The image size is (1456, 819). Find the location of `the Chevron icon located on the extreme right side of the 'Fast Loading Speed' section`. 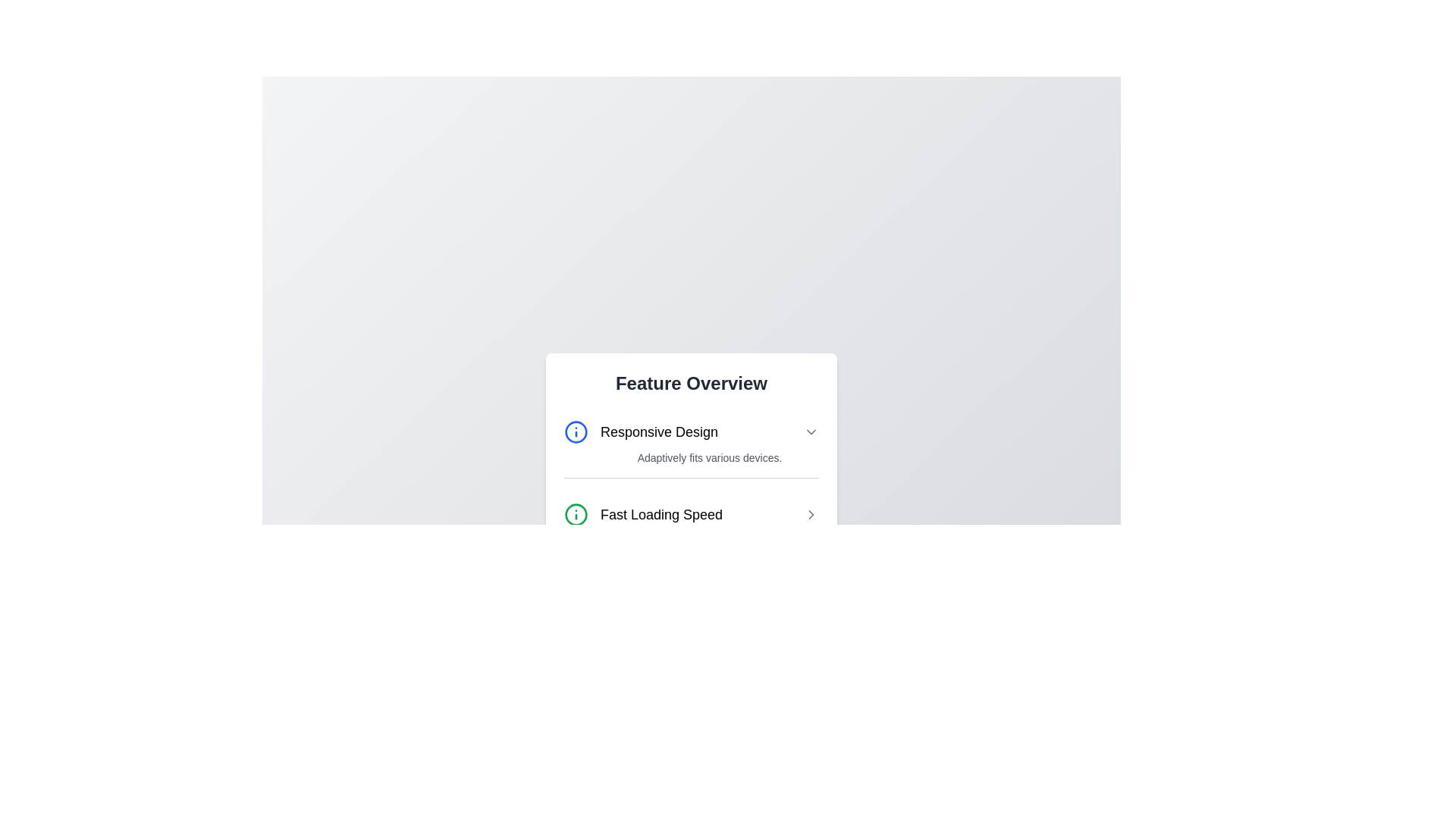

the Chevron icon located on the extreme right side of the 'Fast Loading Speed' section is located at coordinates (811, 513).